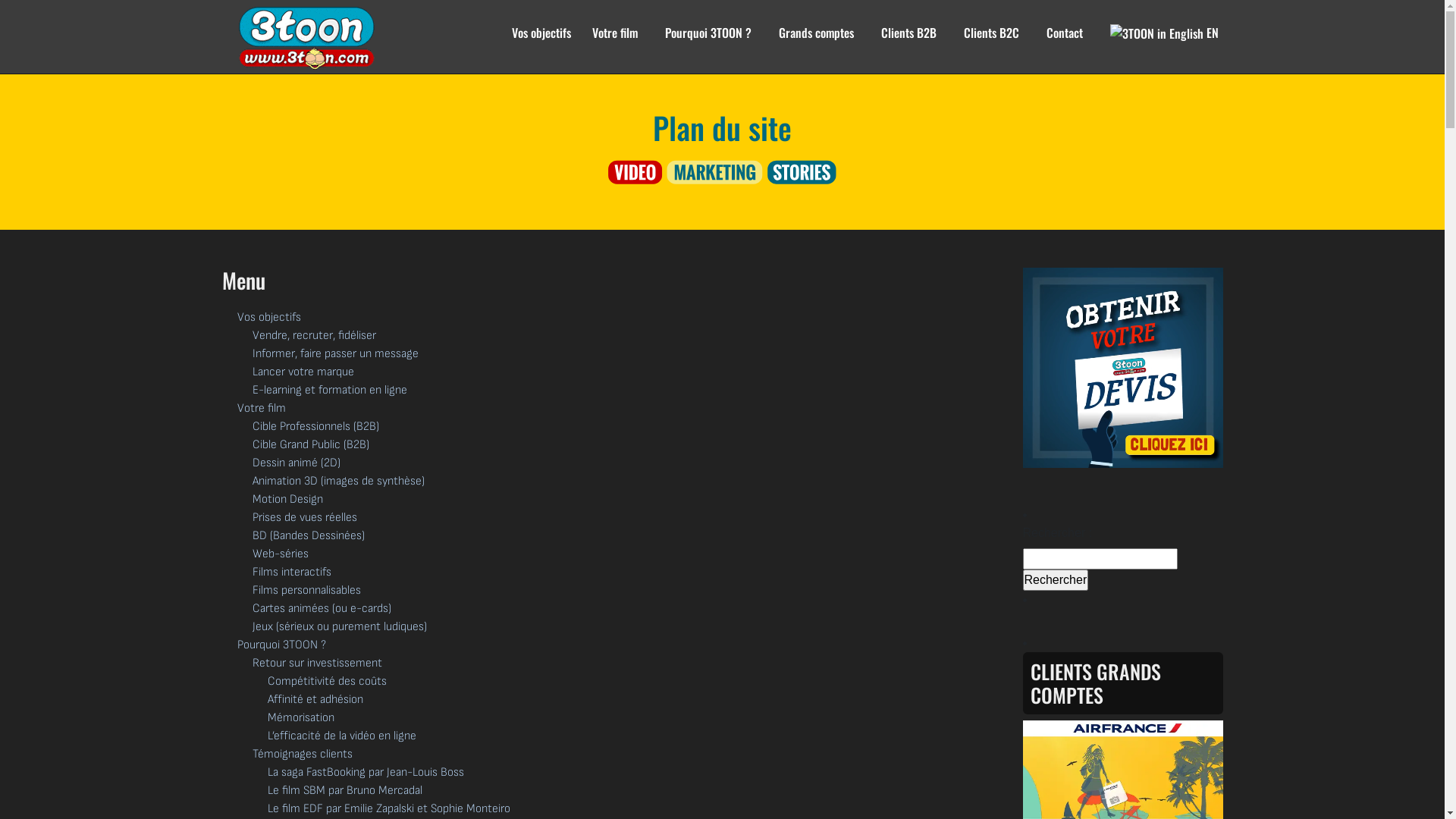  Describe the element at coordinates (302, 372) in the screenshot. I see `'Lancer votre marque'` at that location.